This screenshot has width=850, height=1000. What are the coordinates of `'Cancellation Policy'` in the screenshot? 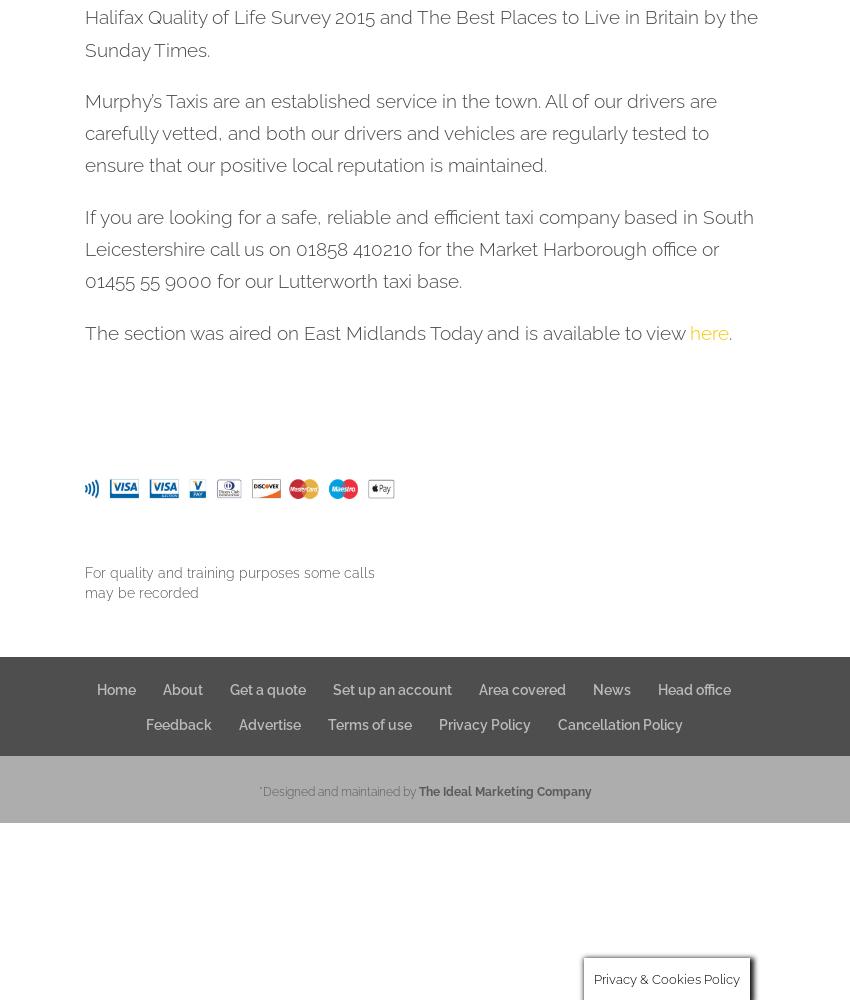 It's located at (618, 723).